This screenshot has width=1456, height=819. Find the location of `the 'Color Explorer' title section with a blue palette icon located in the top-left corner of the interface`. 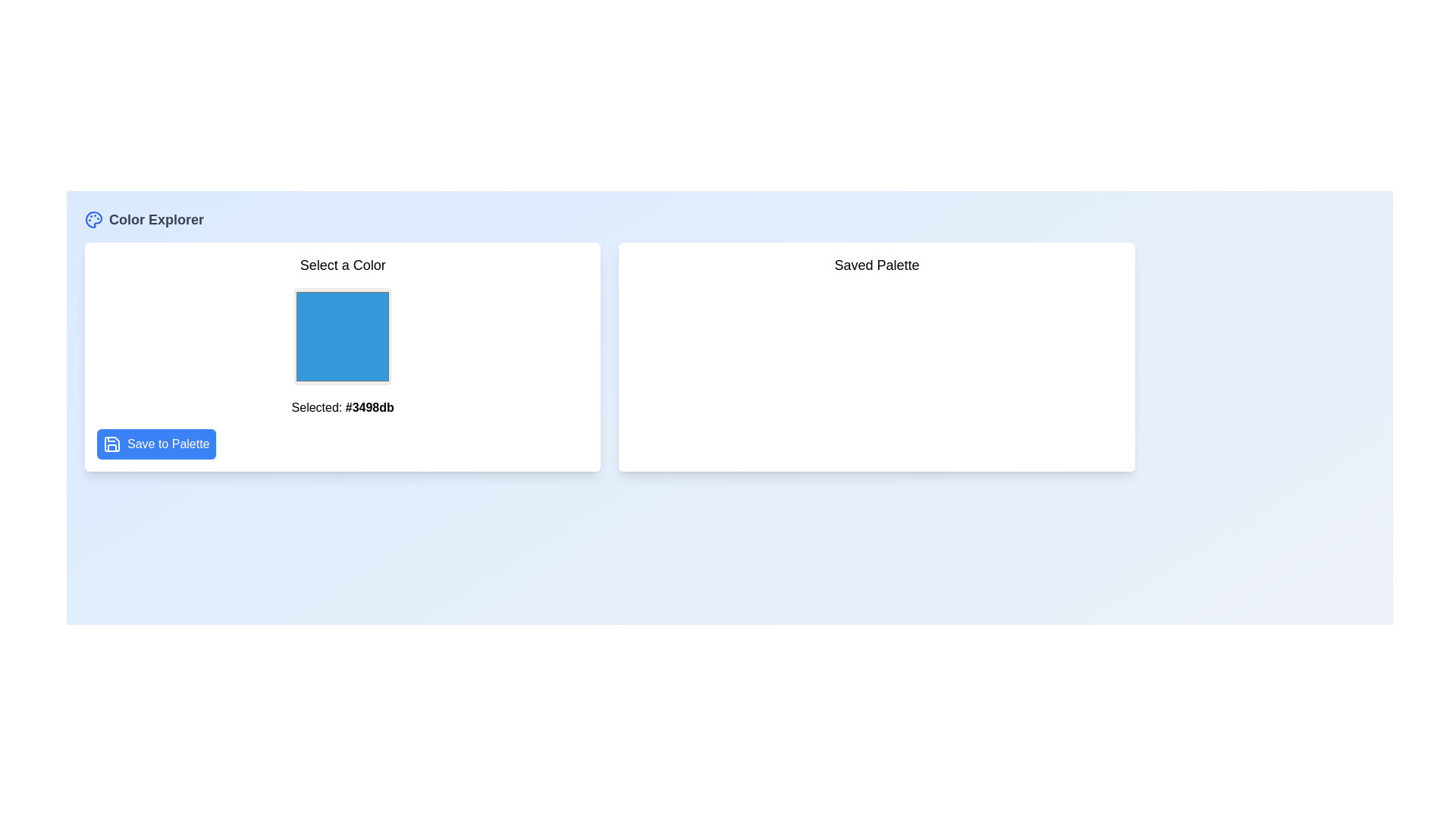

the 'Color Explorer' title section with a blue palette icon located in the top-left corner of the interface is located at coordinates (144, 219).